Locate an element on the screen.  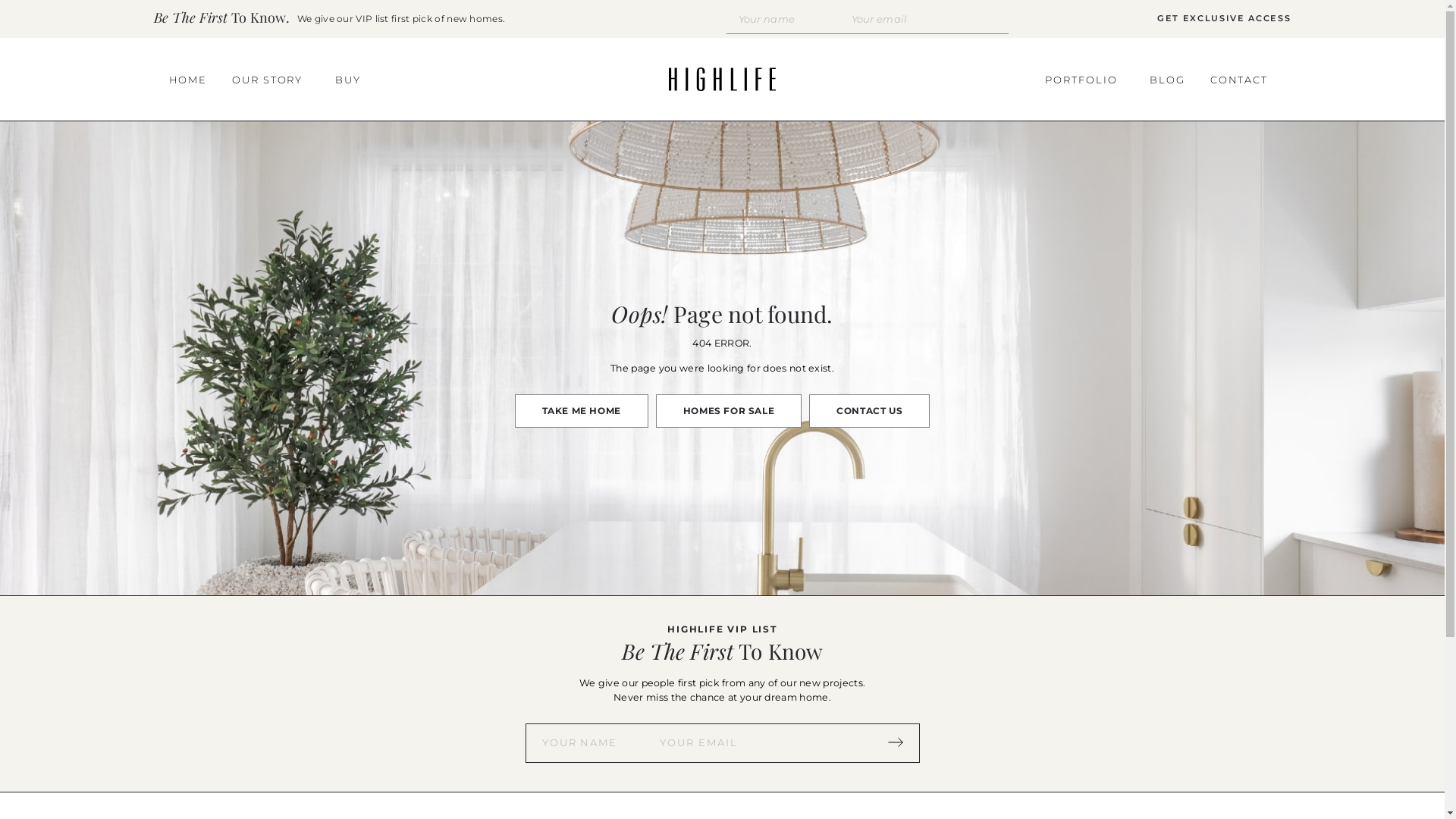
'HOMES FOR SALE' is located at coordinates (728, 411).